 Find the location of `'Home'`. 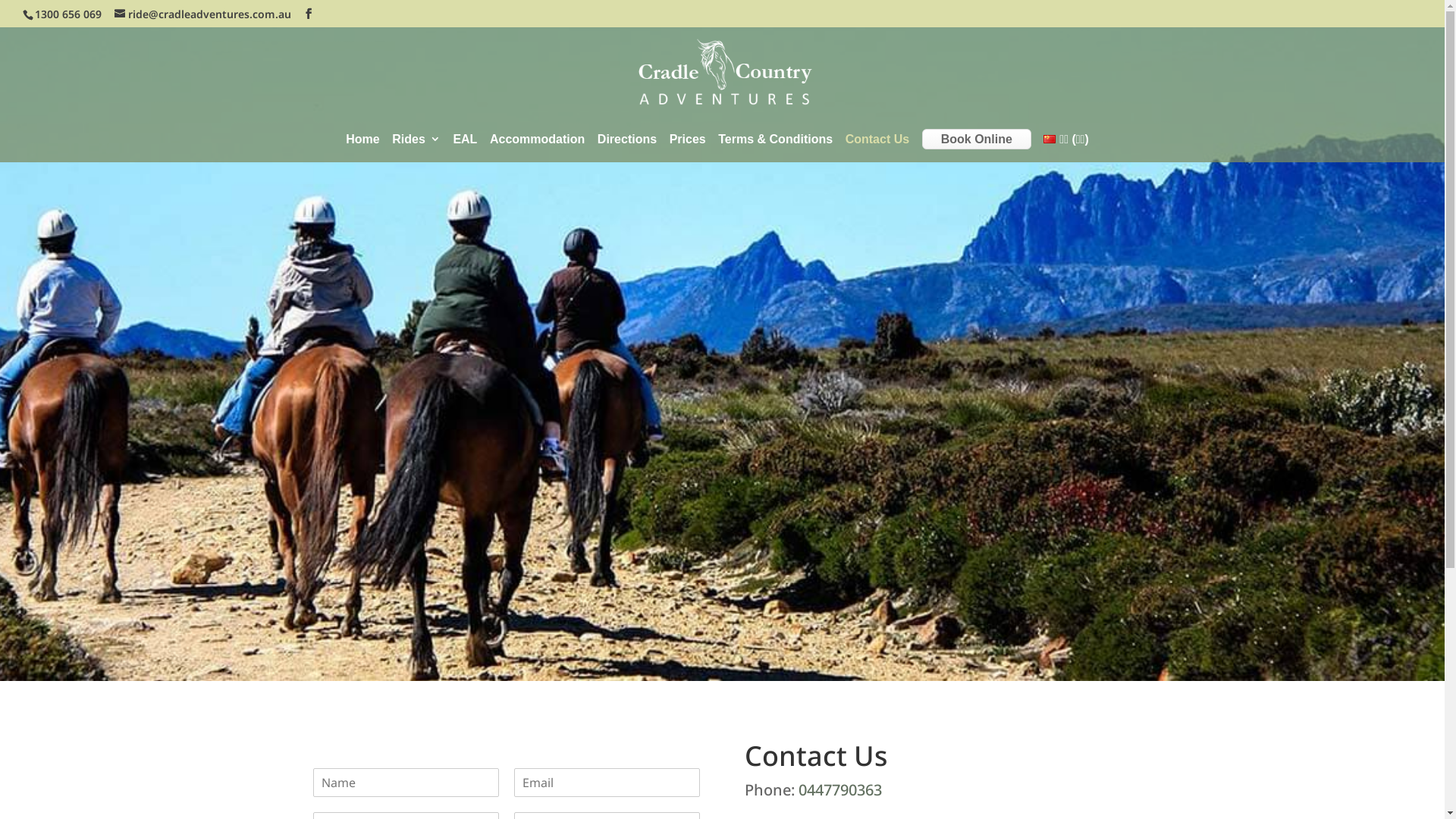

'Home' is located at coordinates (345, 148).